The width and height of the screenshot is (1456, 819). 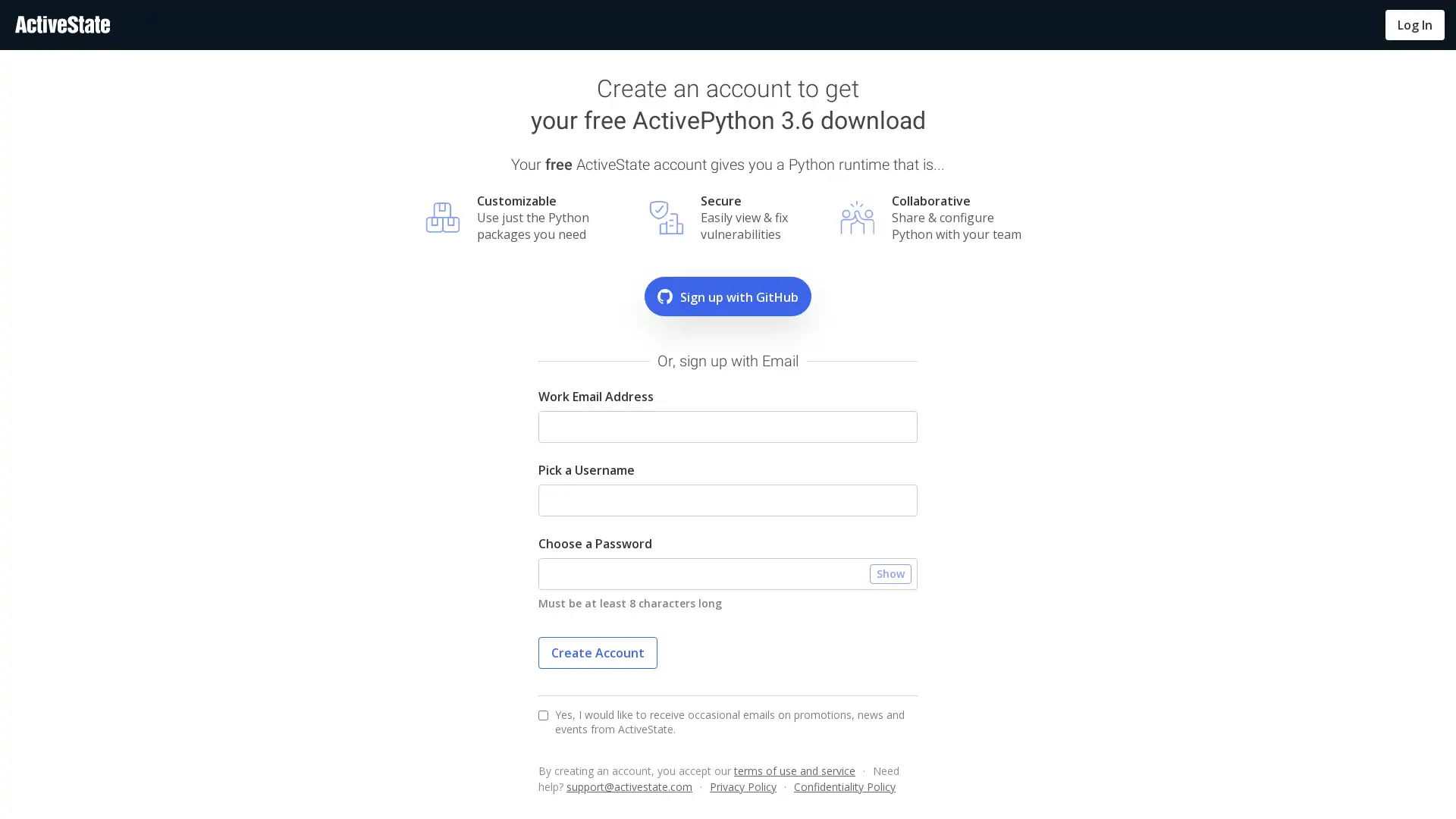 I want to click on Show, so click(x=890, y=573).